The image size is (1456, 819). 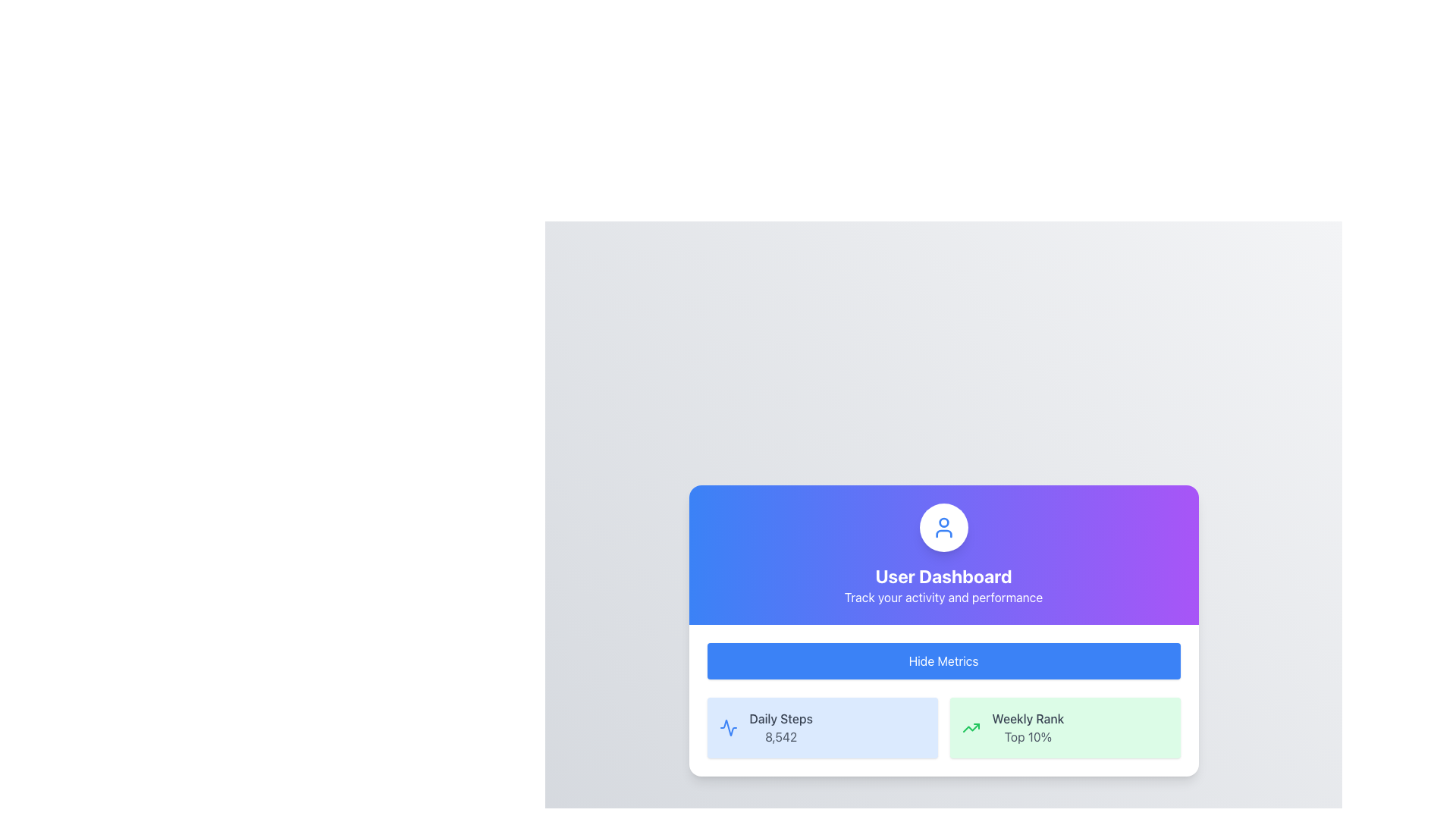 I want to click on the text element displaying 'Top 10%' within the pale green card located below the 'Weekly Rank' label, so click(x=1028, y=736).